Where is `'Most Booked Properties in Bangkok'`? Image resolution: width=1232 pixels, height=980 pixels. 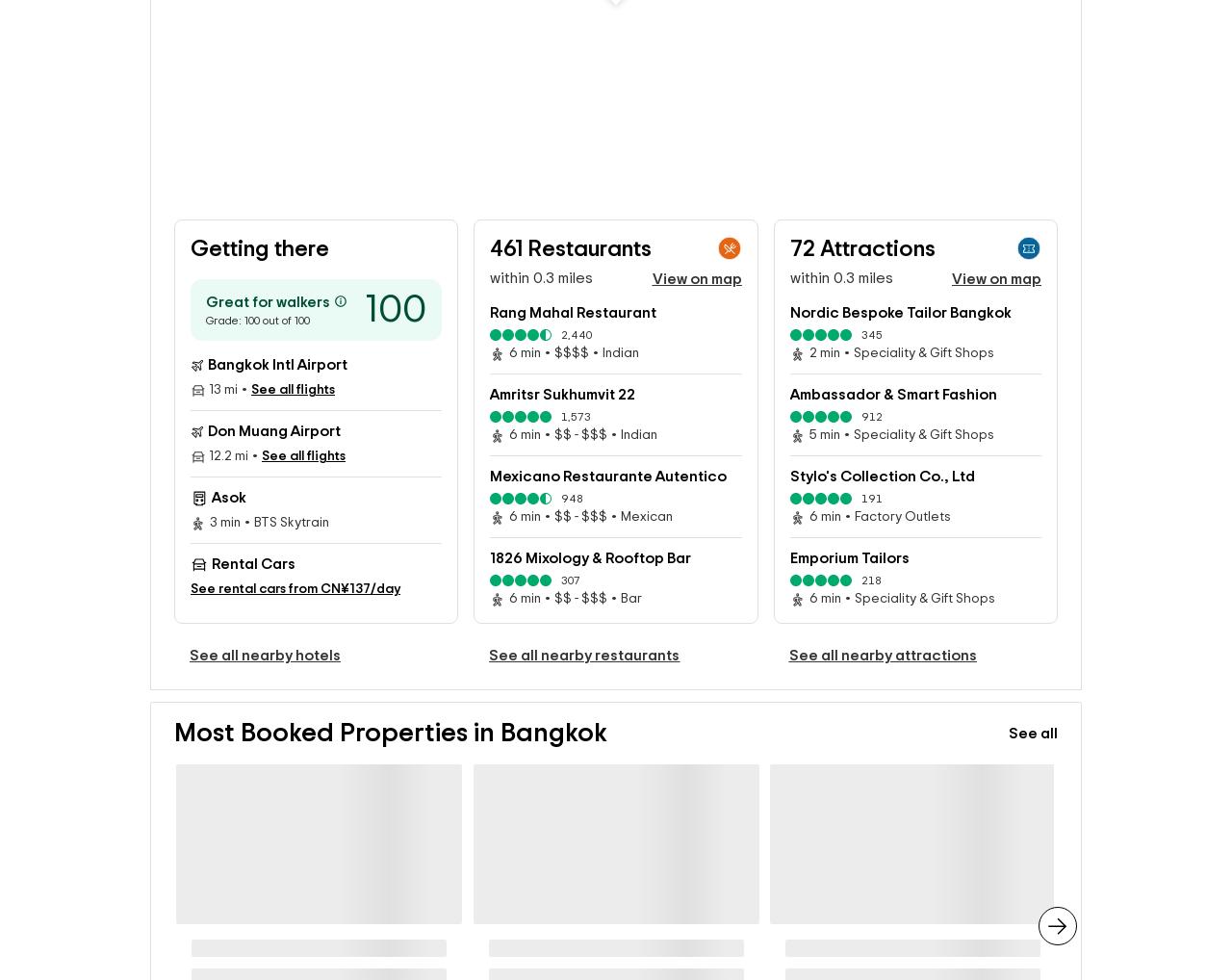
'Most Booked Properties in Bangkok' is located at coordinates (390, 759).